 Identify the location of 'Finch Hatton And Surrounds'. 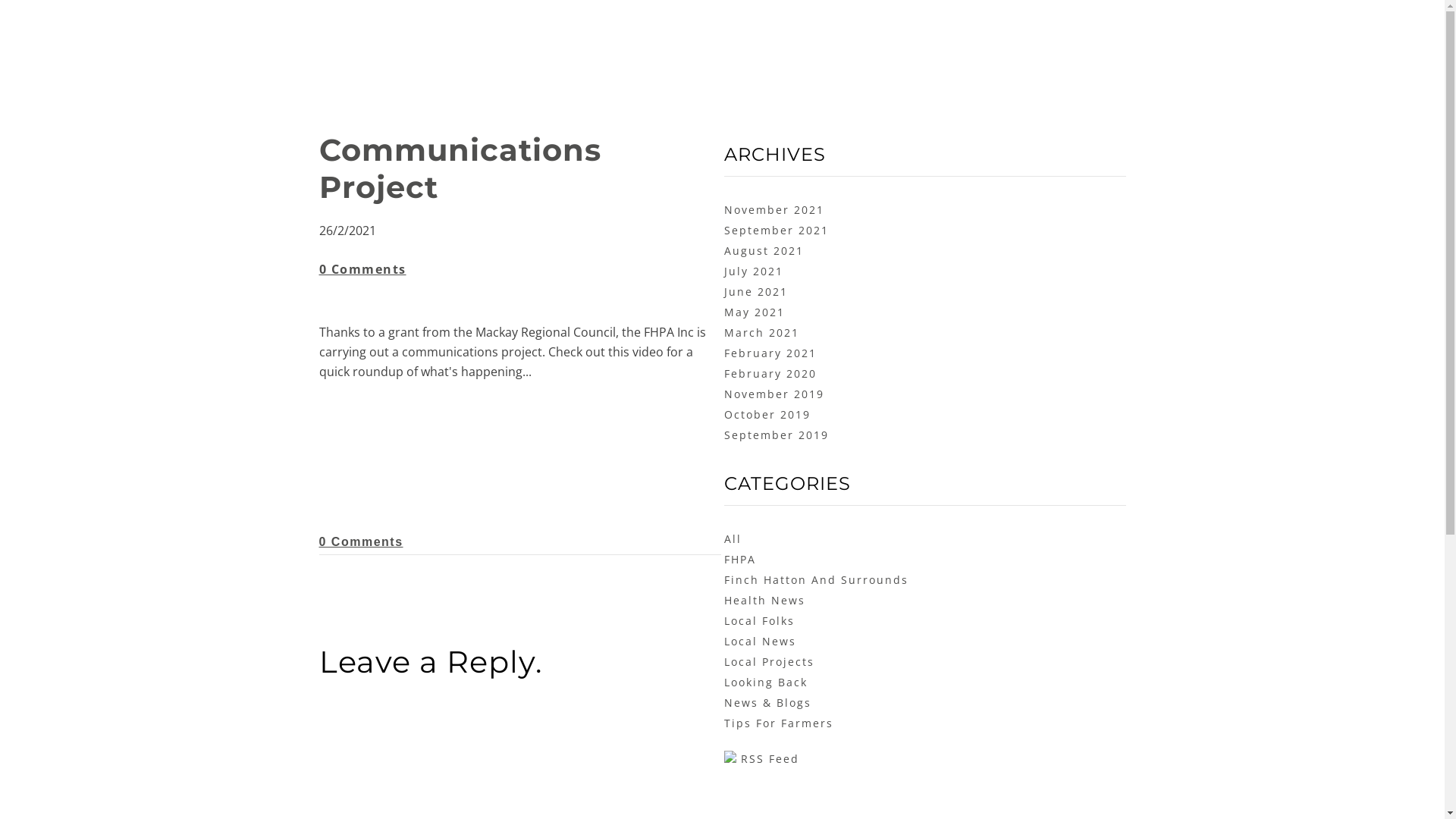
(814, 579).